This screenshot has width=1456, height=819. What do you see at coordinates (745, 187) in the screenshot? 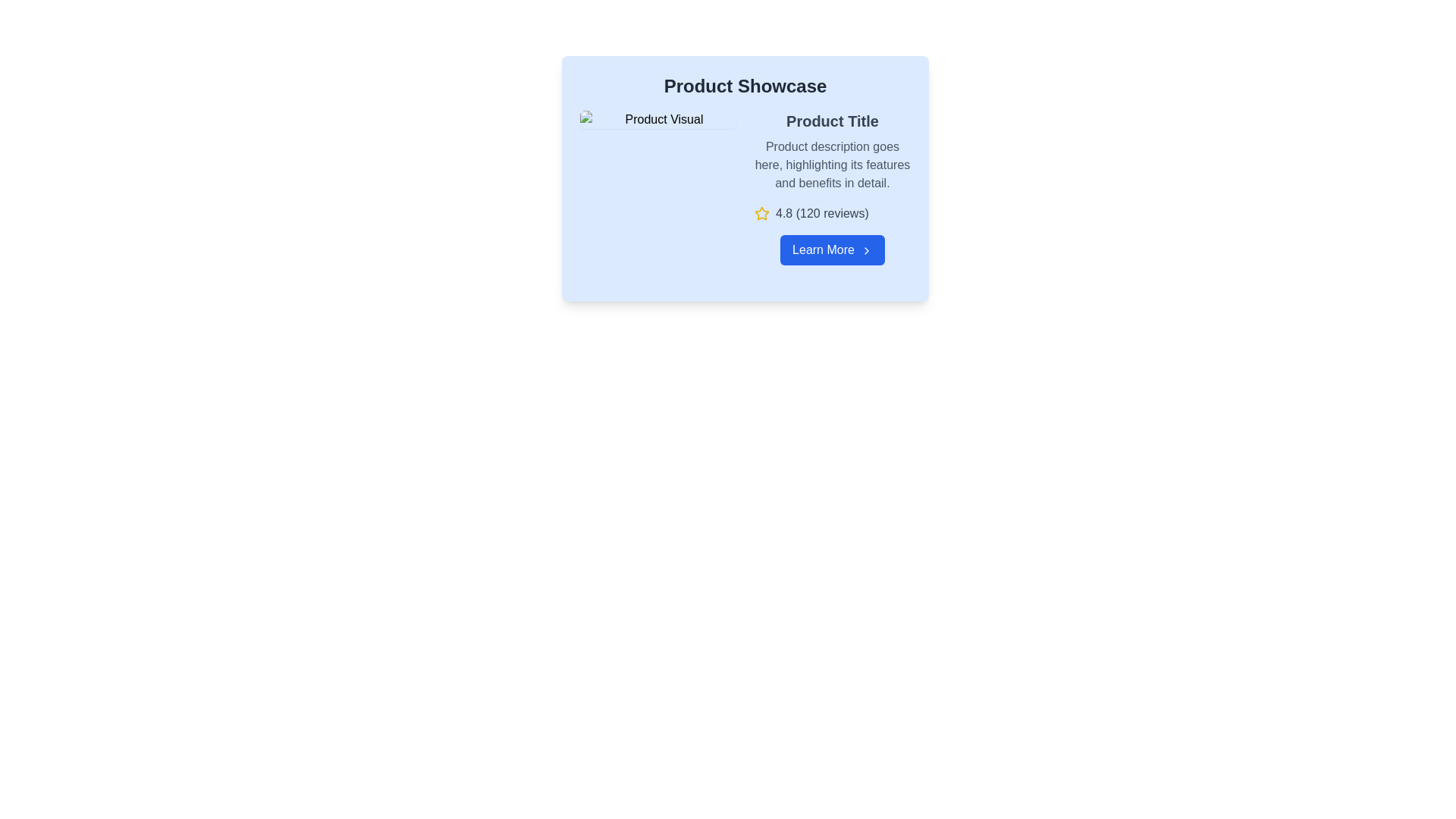
I see `the star rating in the right column of the two-column grid` at bounding box center [745, 187].